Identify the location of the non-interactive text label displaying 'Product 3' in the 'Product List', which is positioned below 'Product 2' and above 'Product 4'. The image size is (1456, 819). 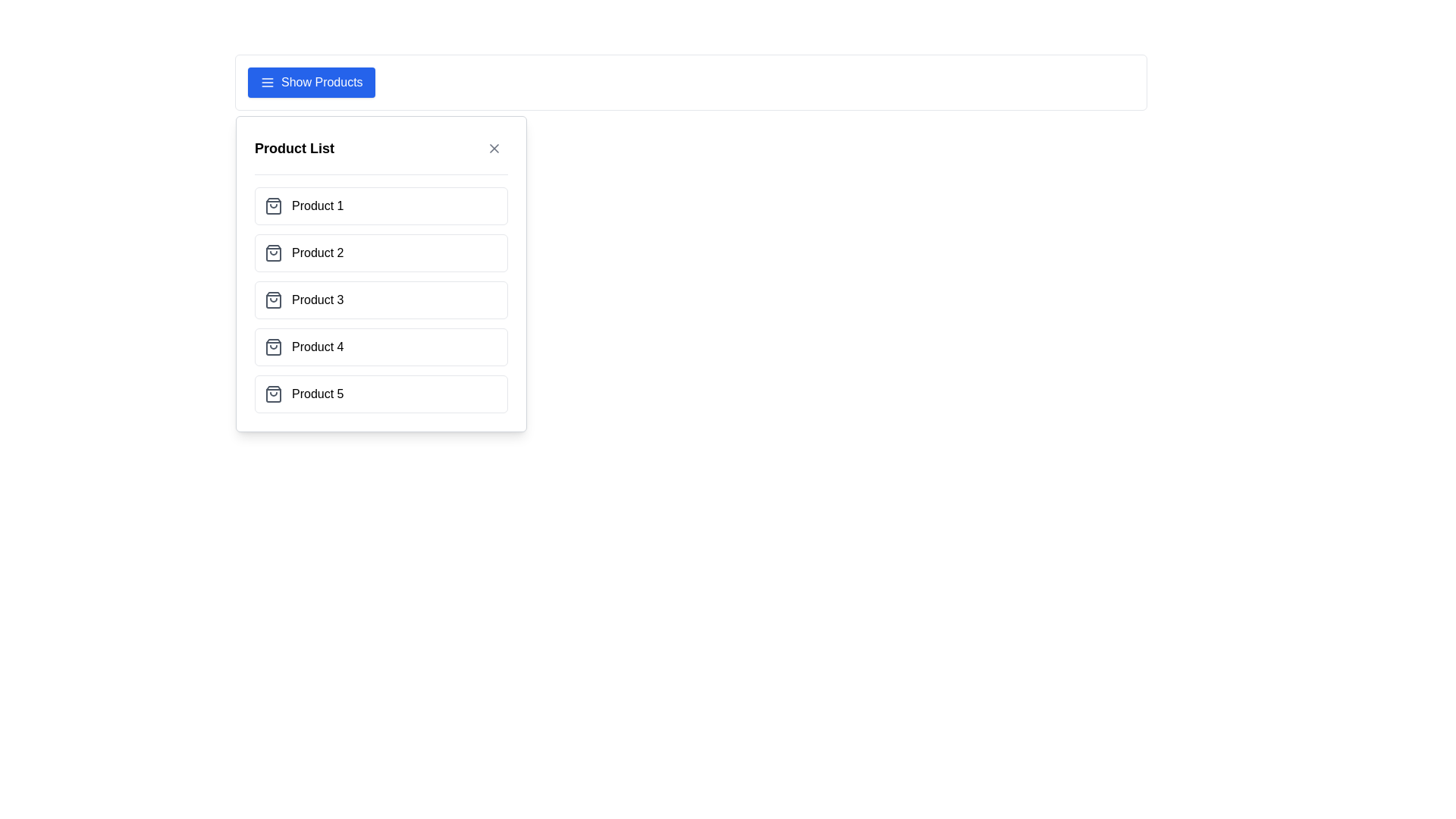
(317, 300).